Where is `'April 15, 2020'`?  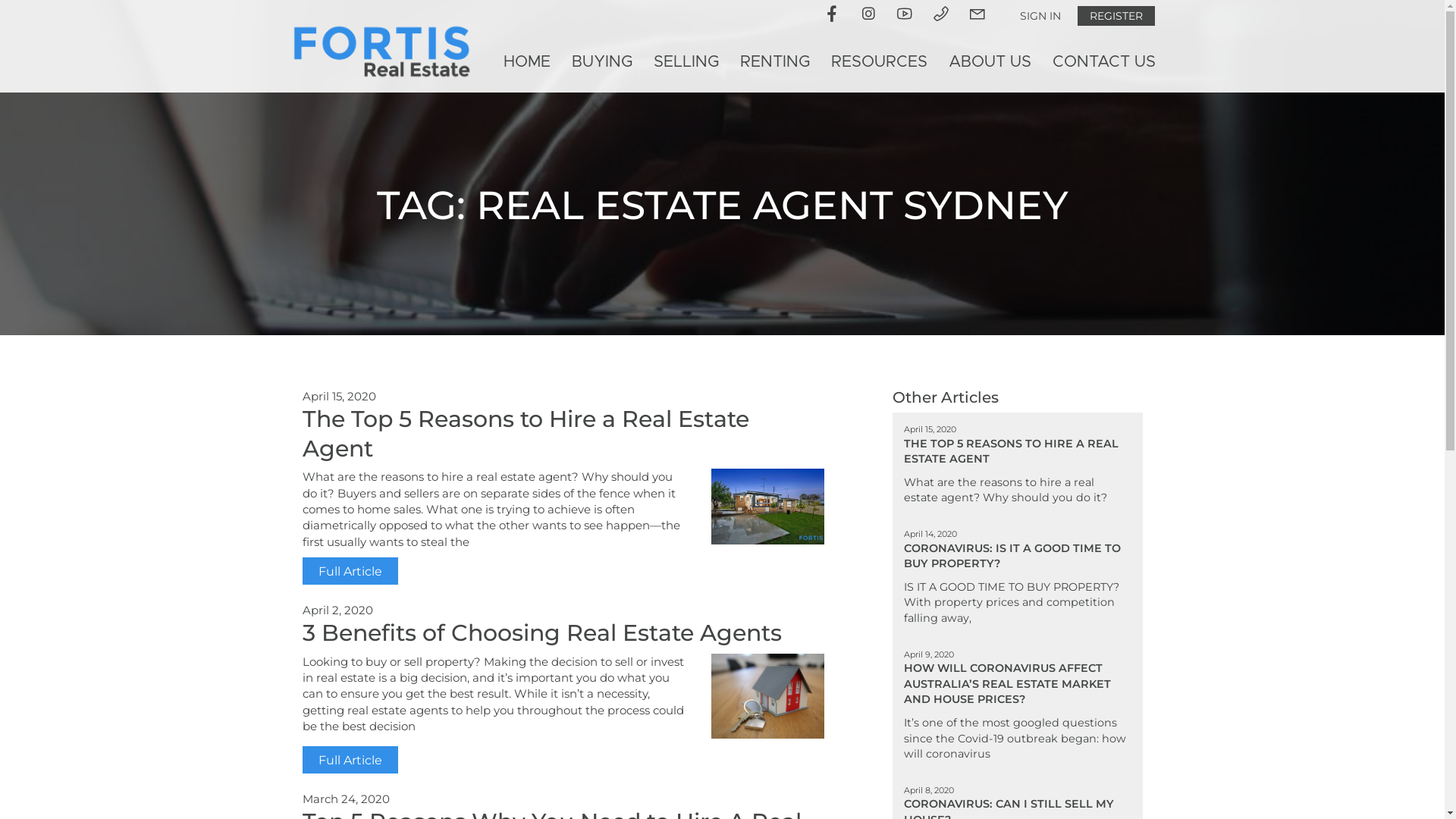
'April 15, 2020' is located at coordinates (337, 395).